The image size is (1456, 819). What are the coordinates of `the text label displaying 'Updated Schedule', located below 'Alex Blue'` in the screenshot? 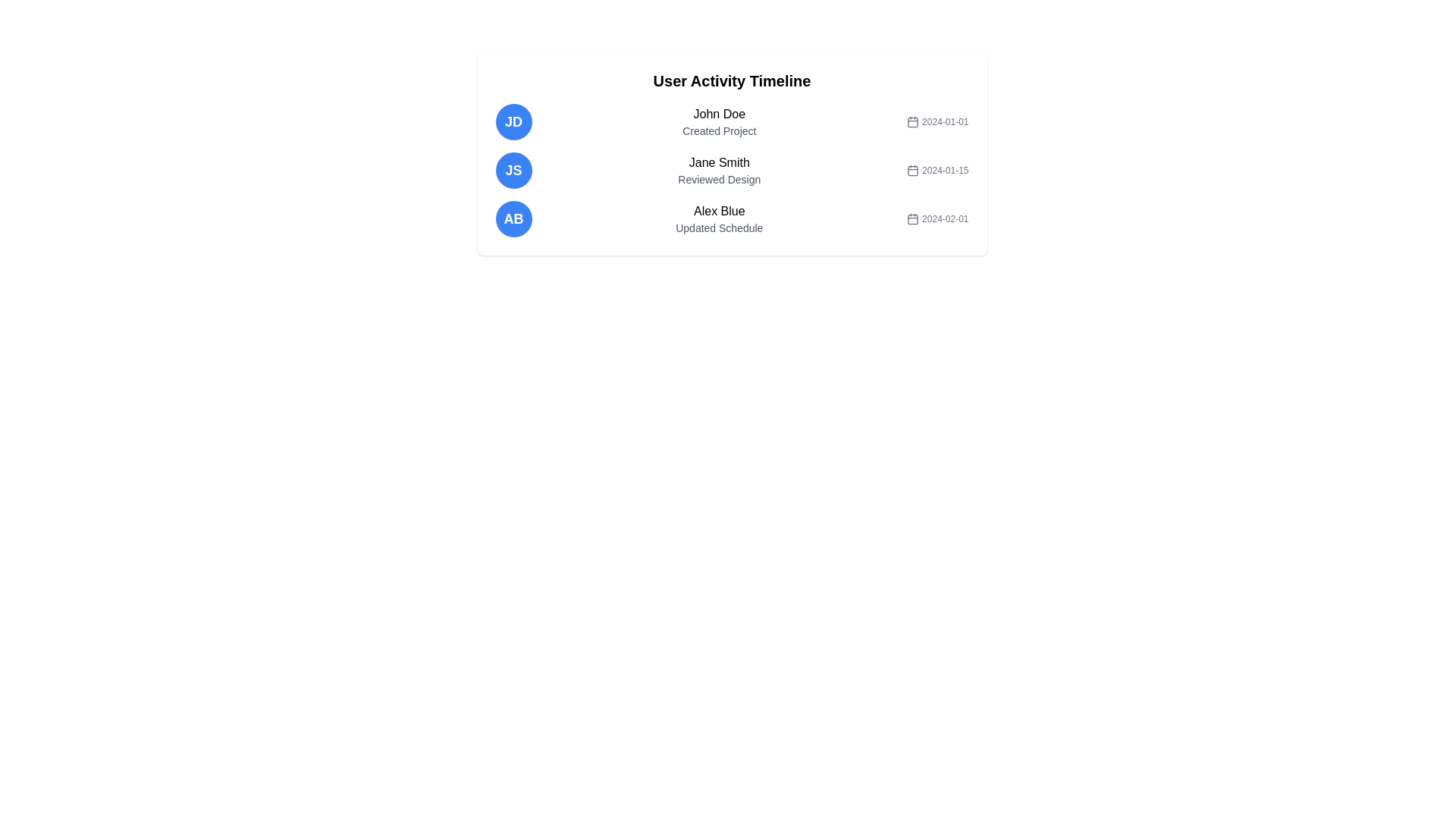 It's located at (718, 227).